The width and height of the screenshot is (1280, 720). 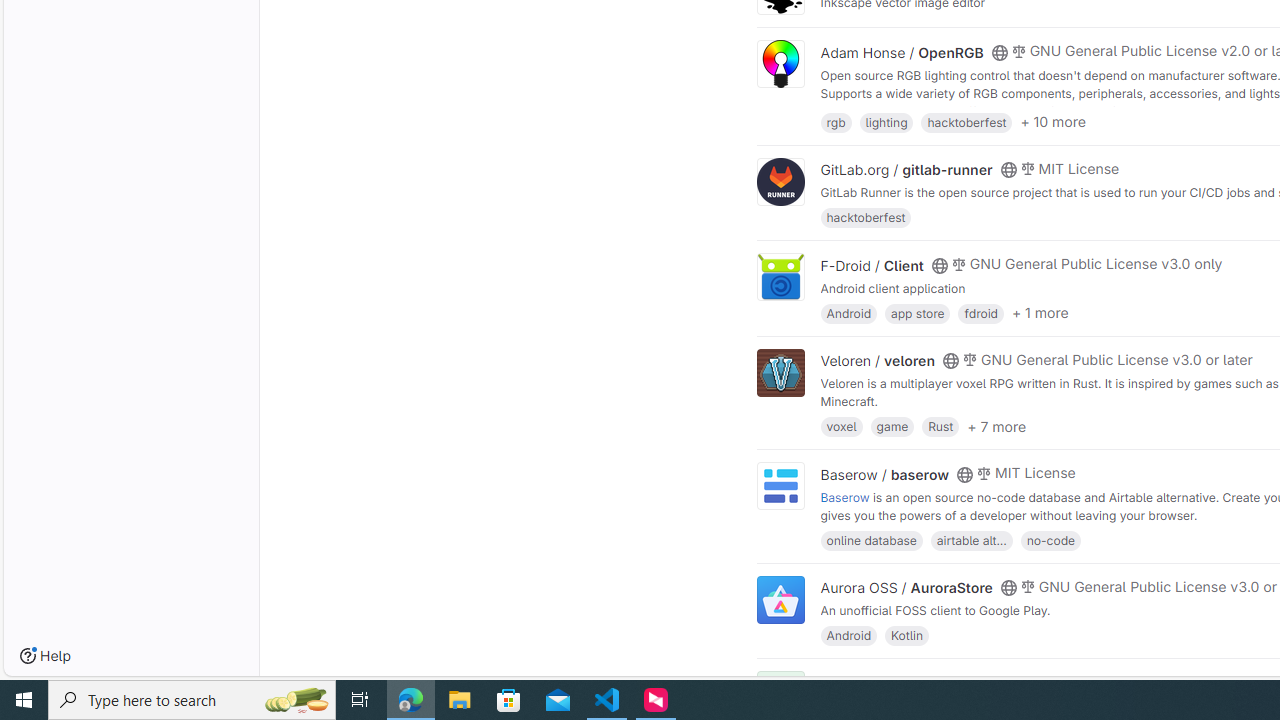 I want to click on 'voxel', so click(x=841, y=425).